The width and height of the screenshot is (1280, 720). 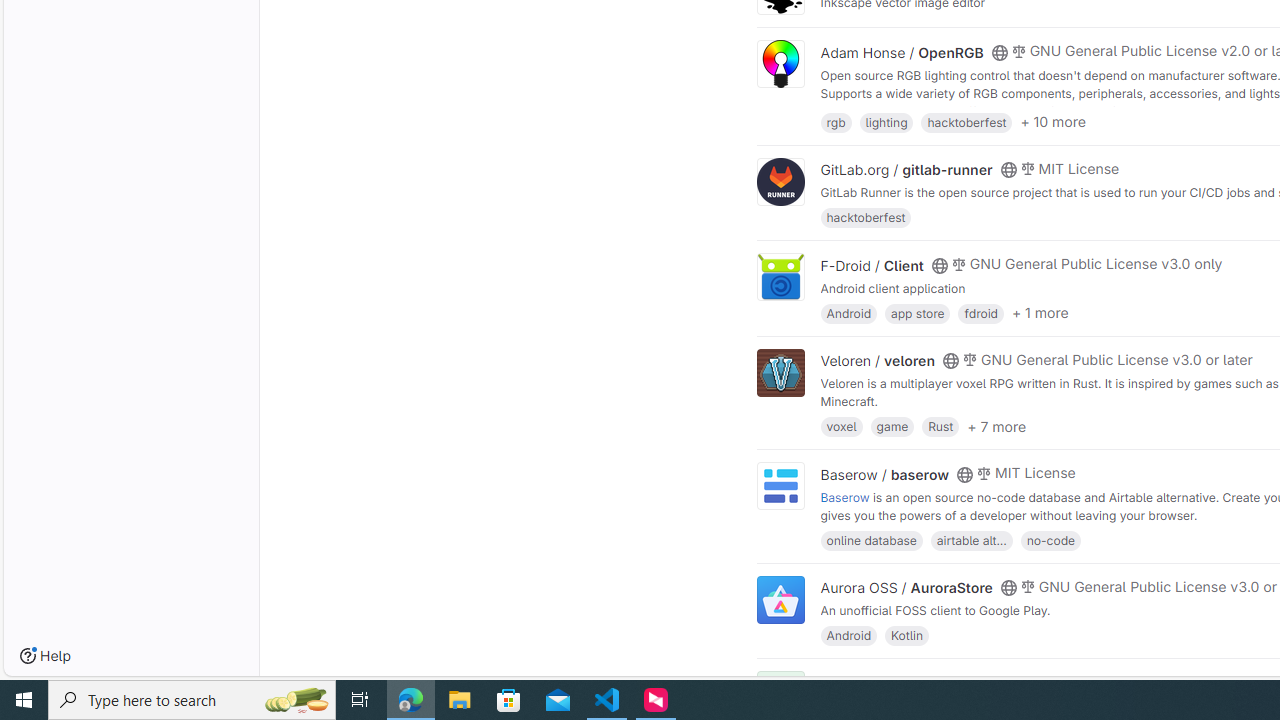 I want to click on 'voxel', so click(x=841, y=425).